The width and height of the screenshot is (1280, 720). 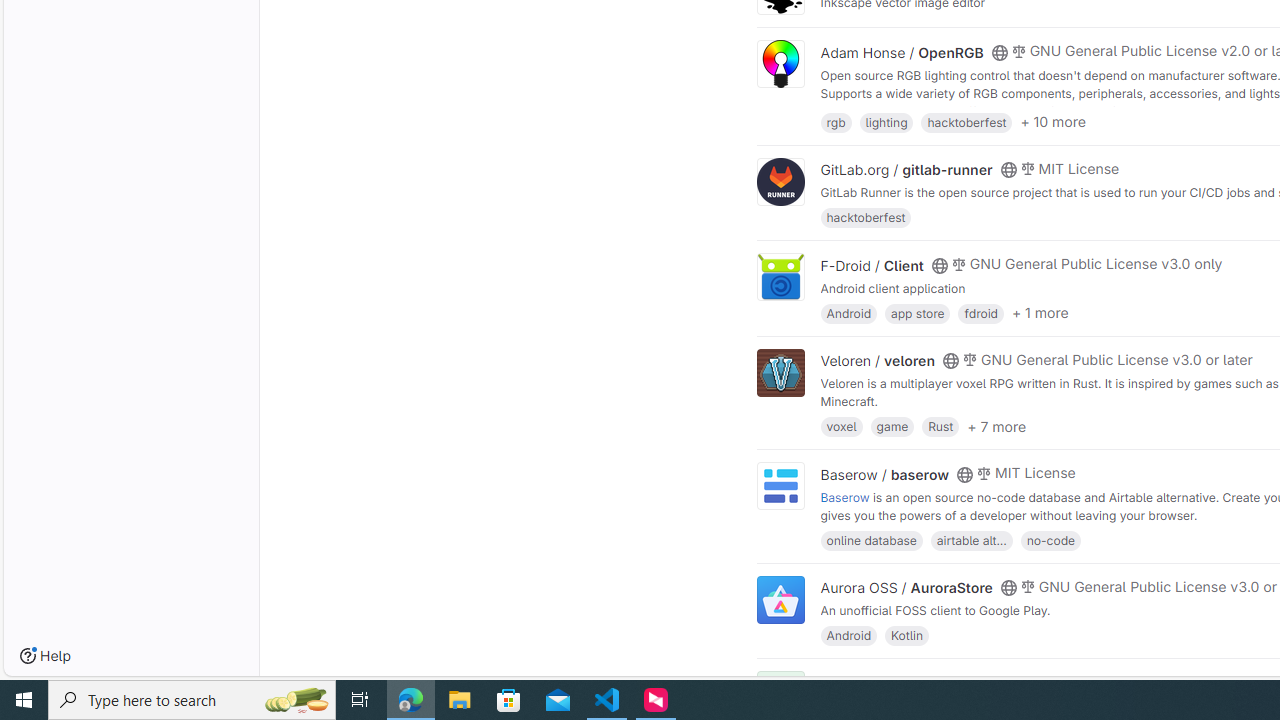 I want to click on 'voxel', so click(x=841, y=425).